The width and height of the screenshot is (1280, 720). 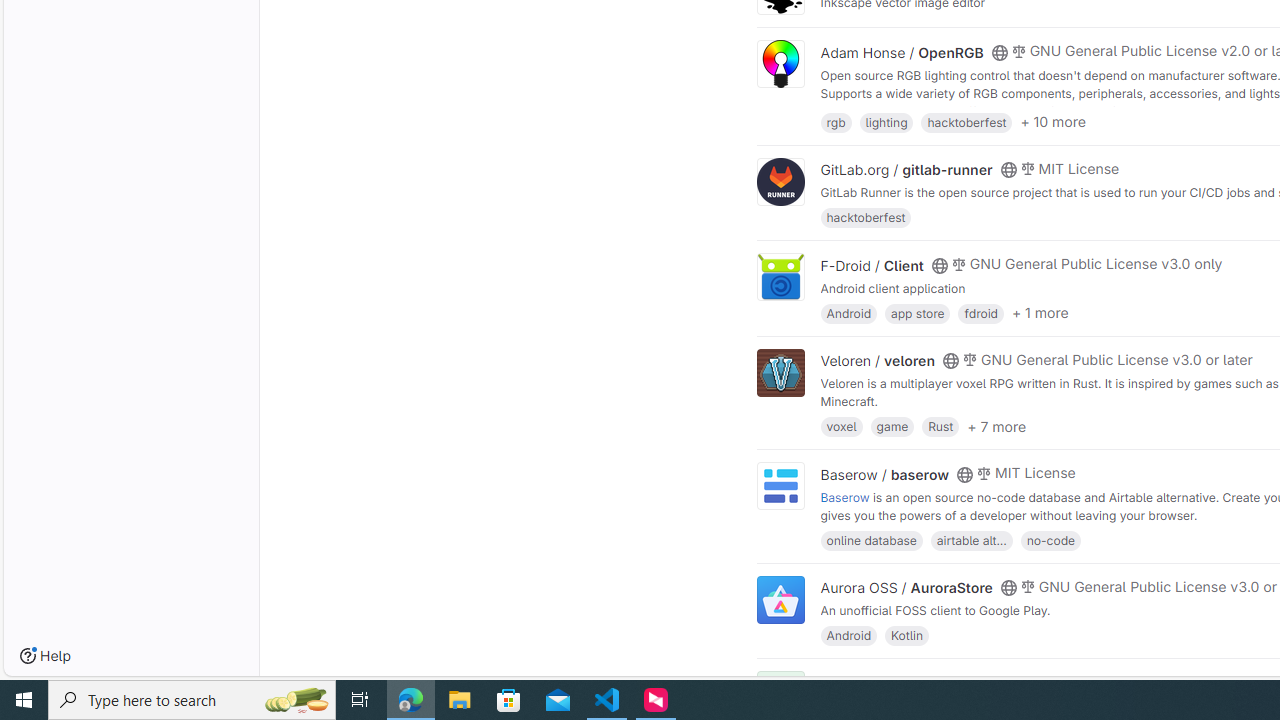 I want to click on 'voxel', so click(x=841, y=425).